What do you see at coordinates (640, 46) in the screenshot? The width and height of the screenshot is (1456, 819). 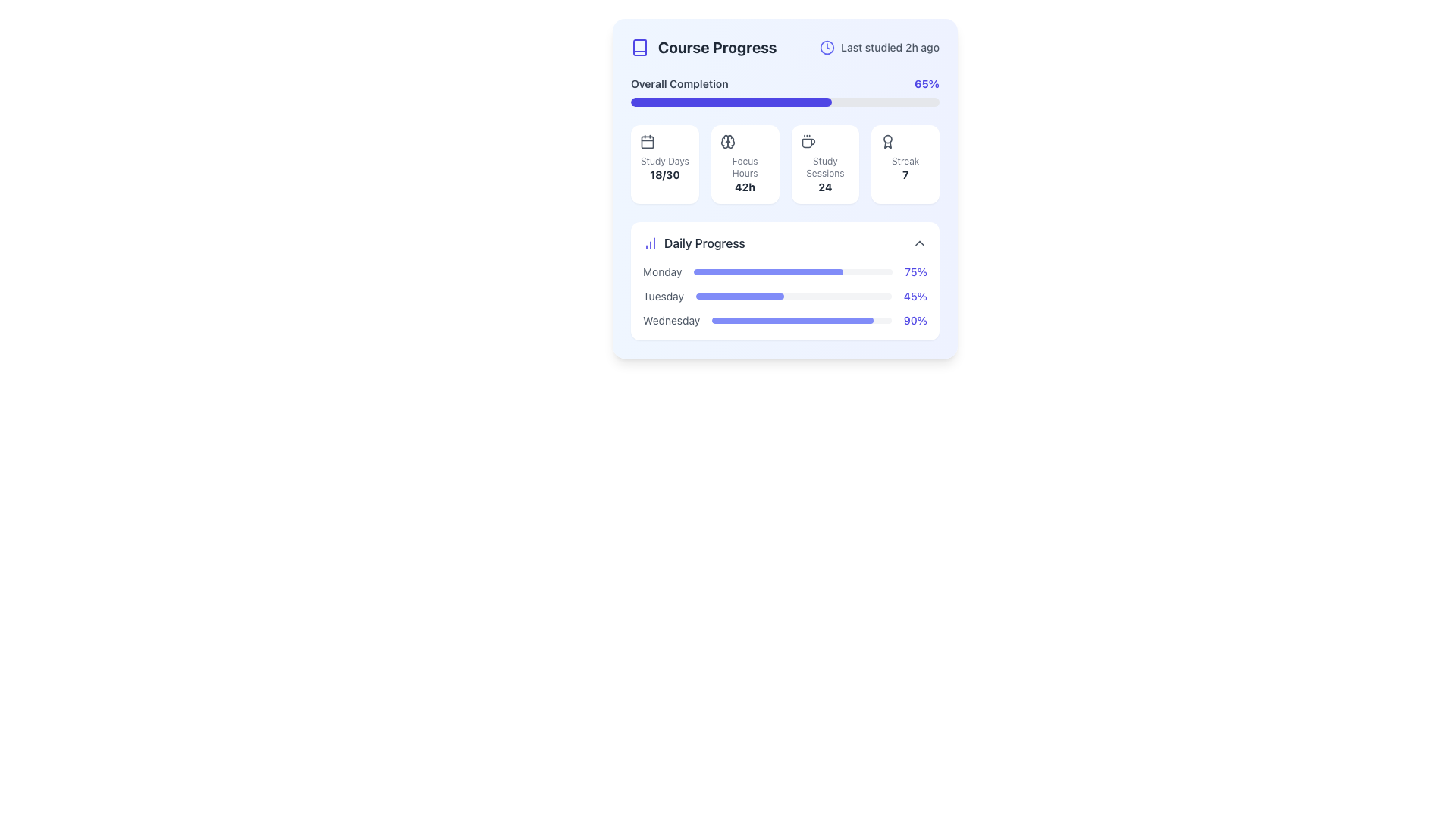 I see `the indigo book icon located in the header of the 'Course Progress' section, positioned to the left of the bold text 'Course Progress'` at bounding box center [640, 46].